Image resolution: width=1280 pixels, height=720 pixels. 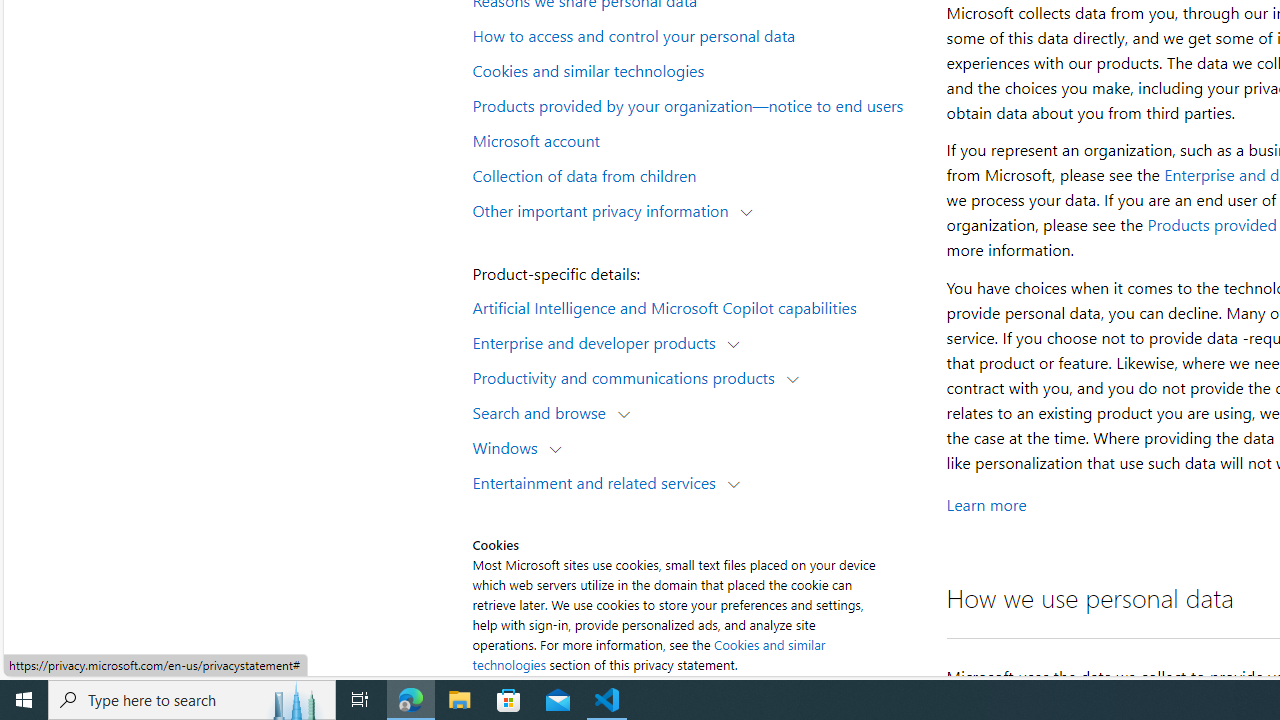 What do you see at coordinates (986, 504) in the screenshot?
I see `'Learn more about Personal data we collect'` at bounding box center [986, 504].